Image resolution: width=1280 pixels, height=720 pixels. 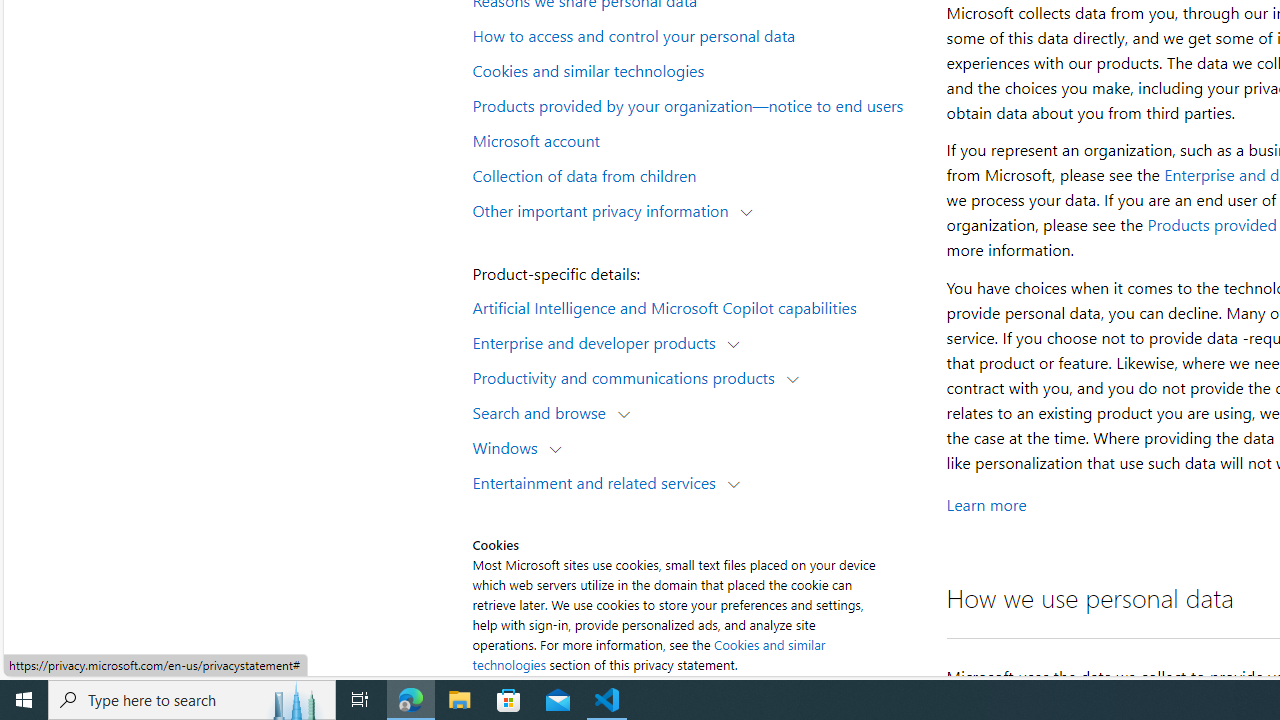 What do you see at coordinates (986, 504) in the screenshot?
I see `'Learn more about Personal data we collect'` at bounding box center [986, 504].